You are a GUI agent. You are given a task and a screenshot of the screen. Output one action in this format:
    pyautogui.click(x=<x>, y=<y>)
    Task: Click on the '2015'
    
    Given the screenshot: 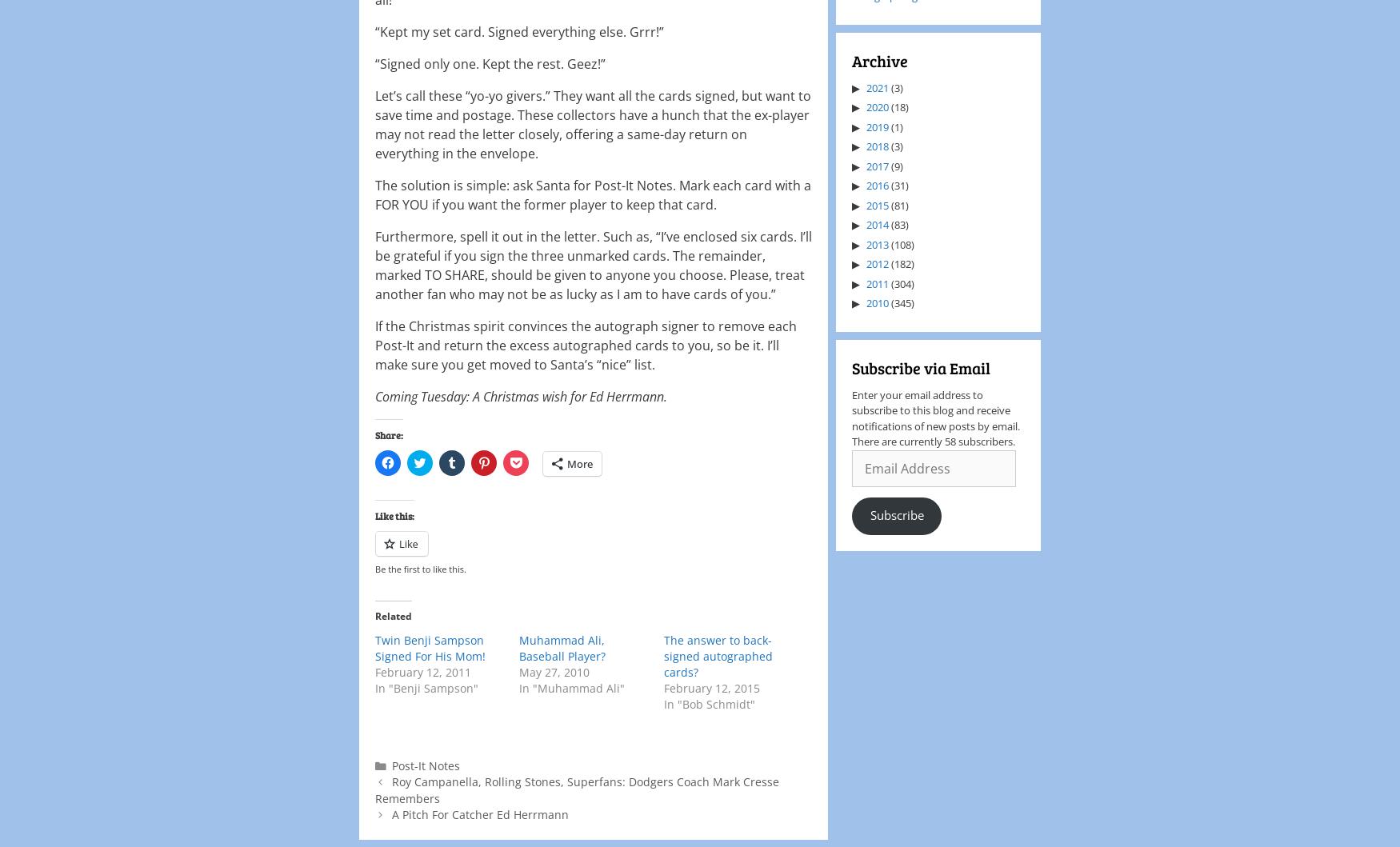 What is the action you would take?
    pyautogui.click(x=878, y=204)
    